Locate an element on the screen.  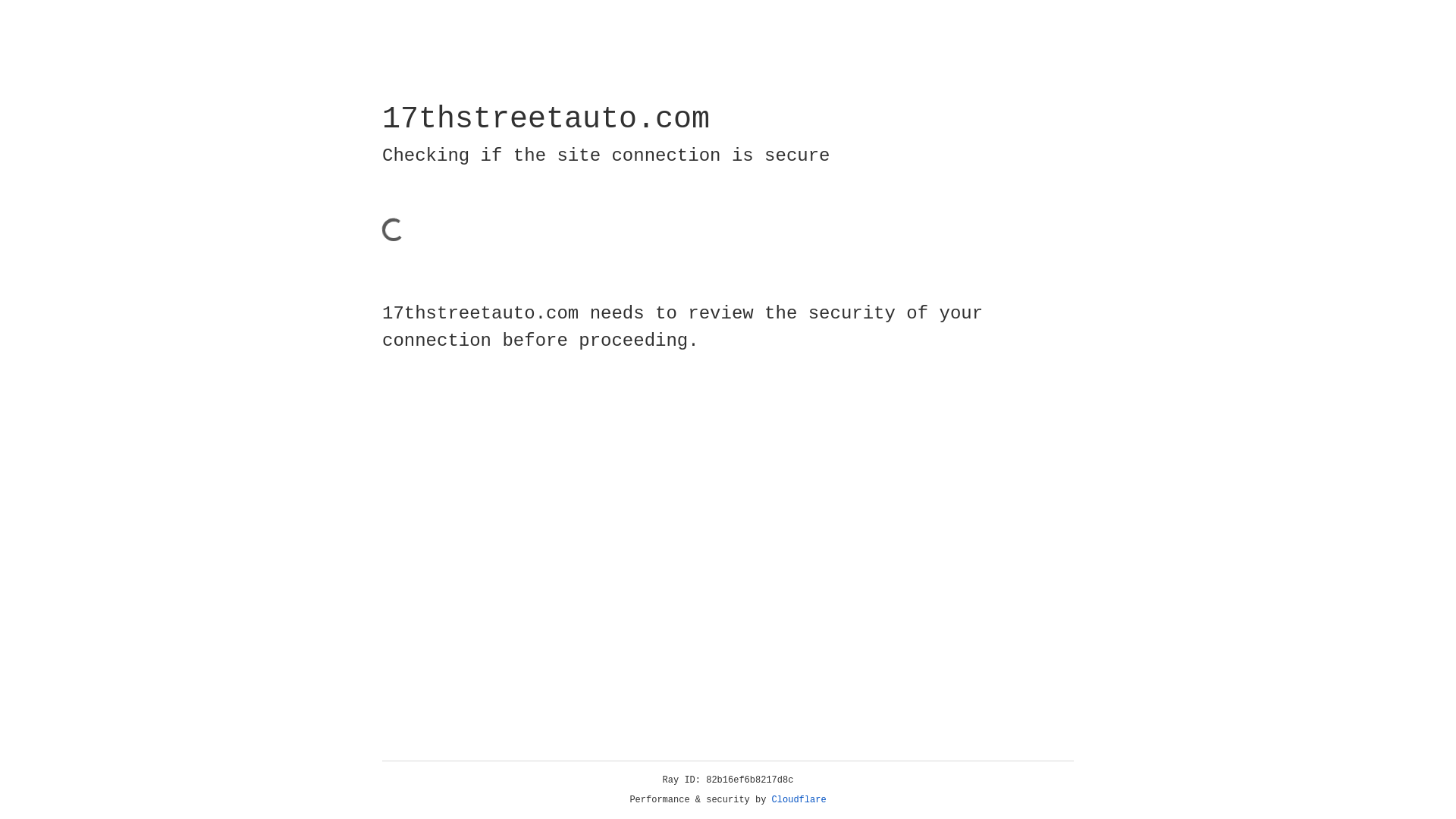
'Cloudflare' is located at coordinates (799, 799).